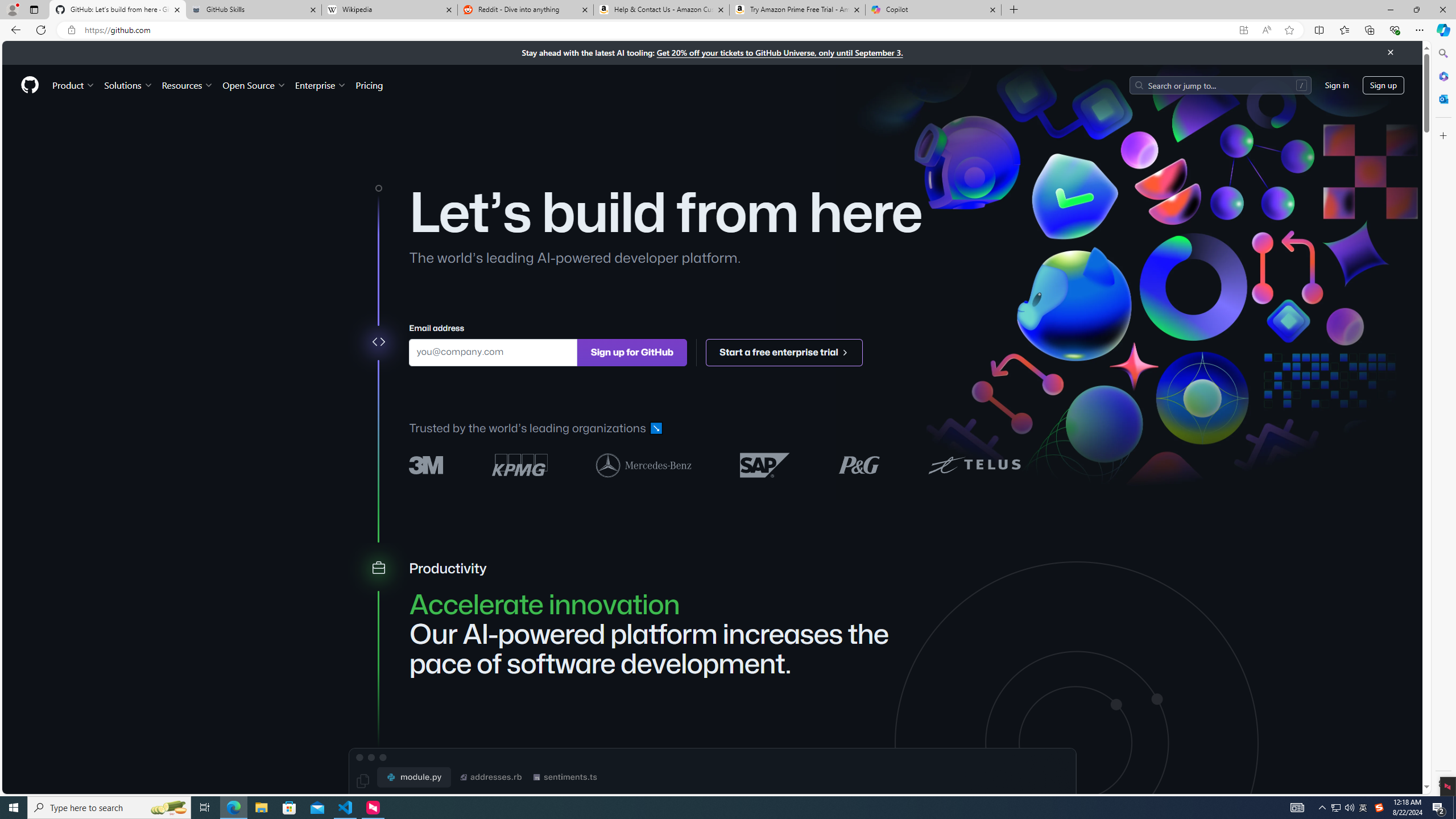 Image resolution: width=1456 pixels, height=819 pixels. What do you see at coordinates (1442, 29) in the screenshot?
I see `'Copilot (Ctrl+Shift+.)'` at bounding box center [1442, 29].